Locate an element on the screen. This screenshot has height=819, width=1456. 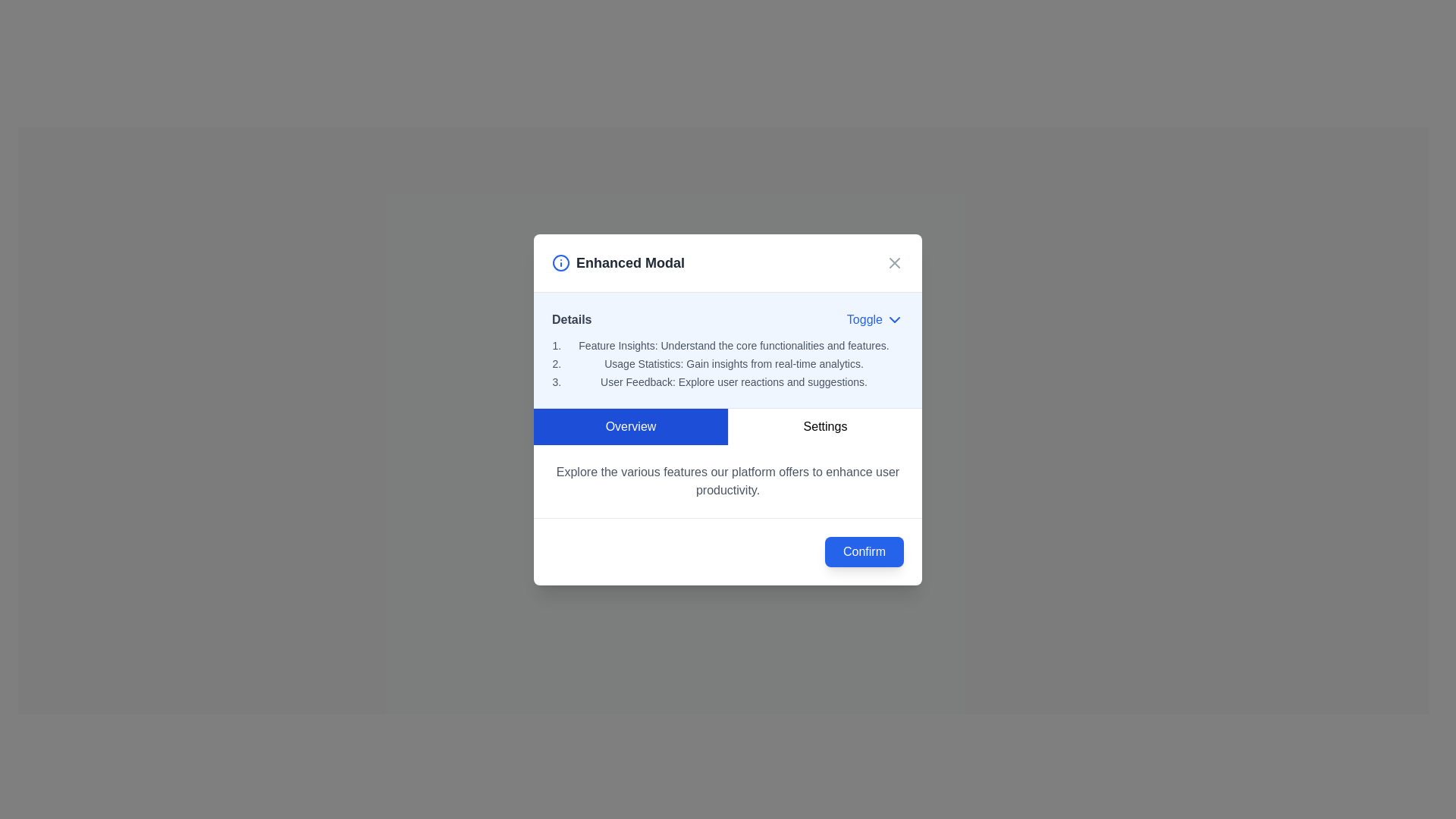
the interactive dropdown toggle hyperlink located at the top-right corner of the 'Details' section within the modal box is located at coordinates (875, 318).